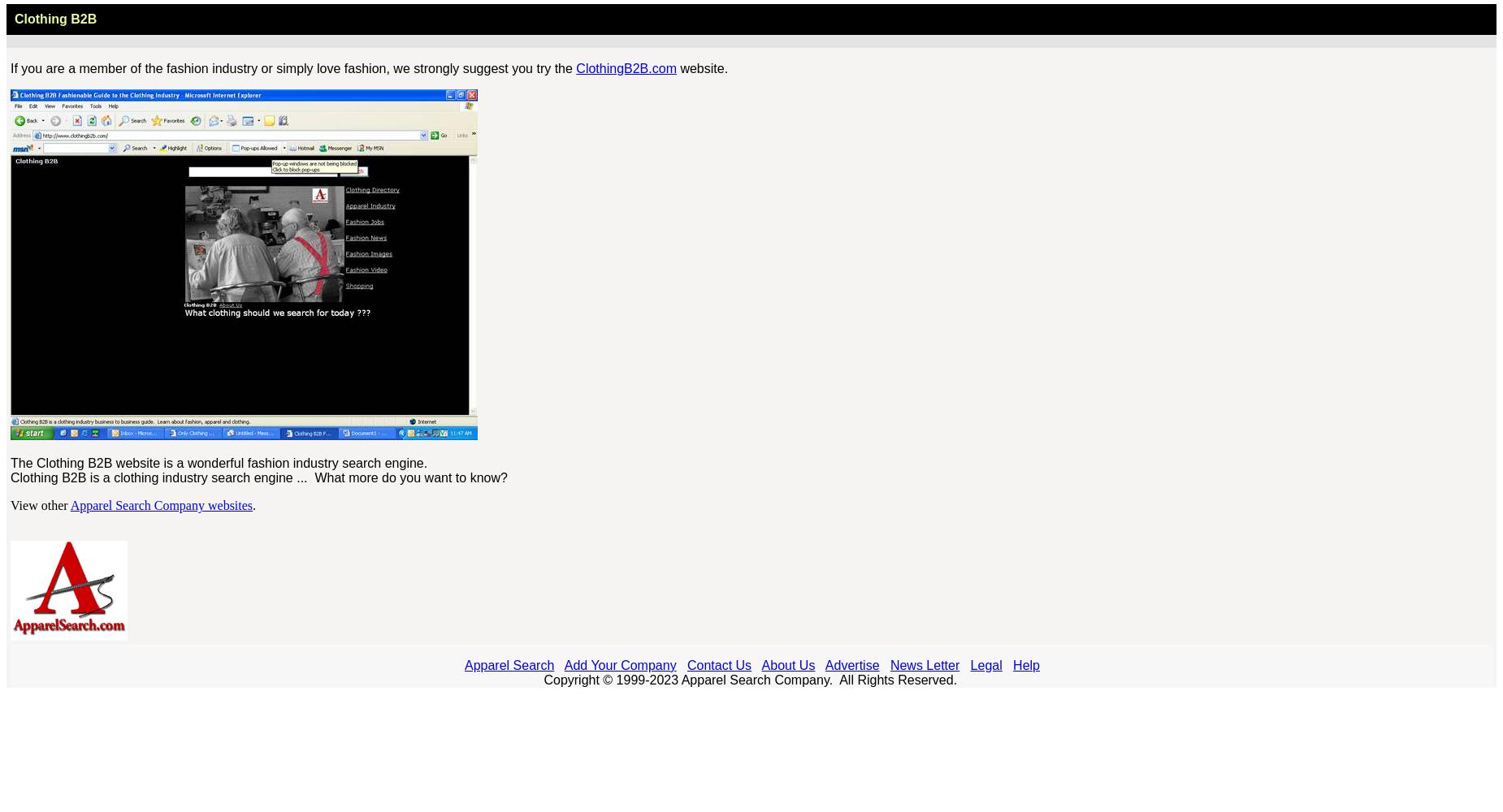 Image resolution: width=1503 pixels, height=812 pixels. What do you see at coordinates (509, 664) in the screenshot?
I see `'Apparel 
		Search'` at bounding box center [509, 664].